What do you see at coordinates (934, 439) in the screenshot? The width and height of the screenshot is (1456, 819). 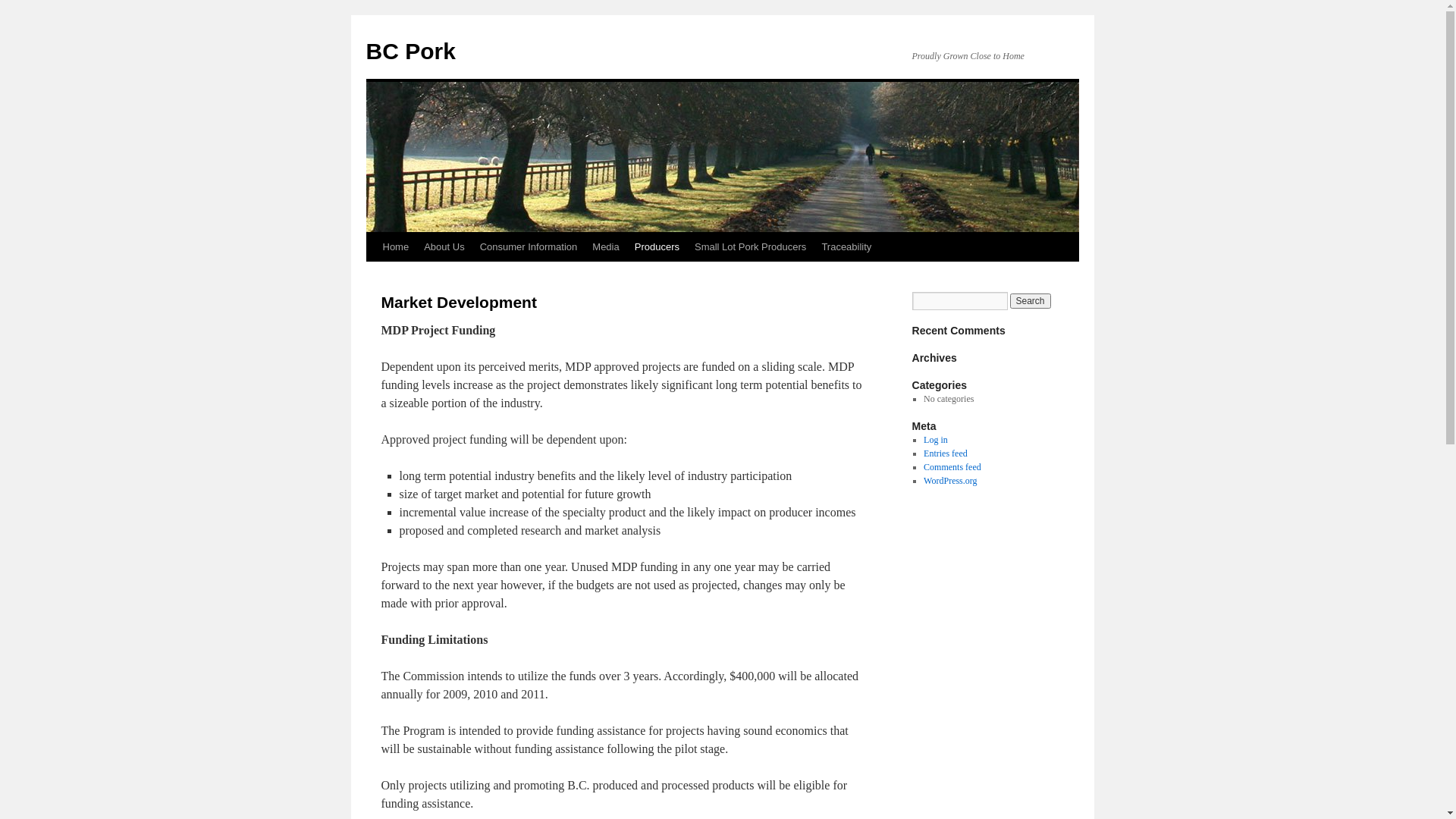 I see `'Log in'` at bounding box center [934, 439].